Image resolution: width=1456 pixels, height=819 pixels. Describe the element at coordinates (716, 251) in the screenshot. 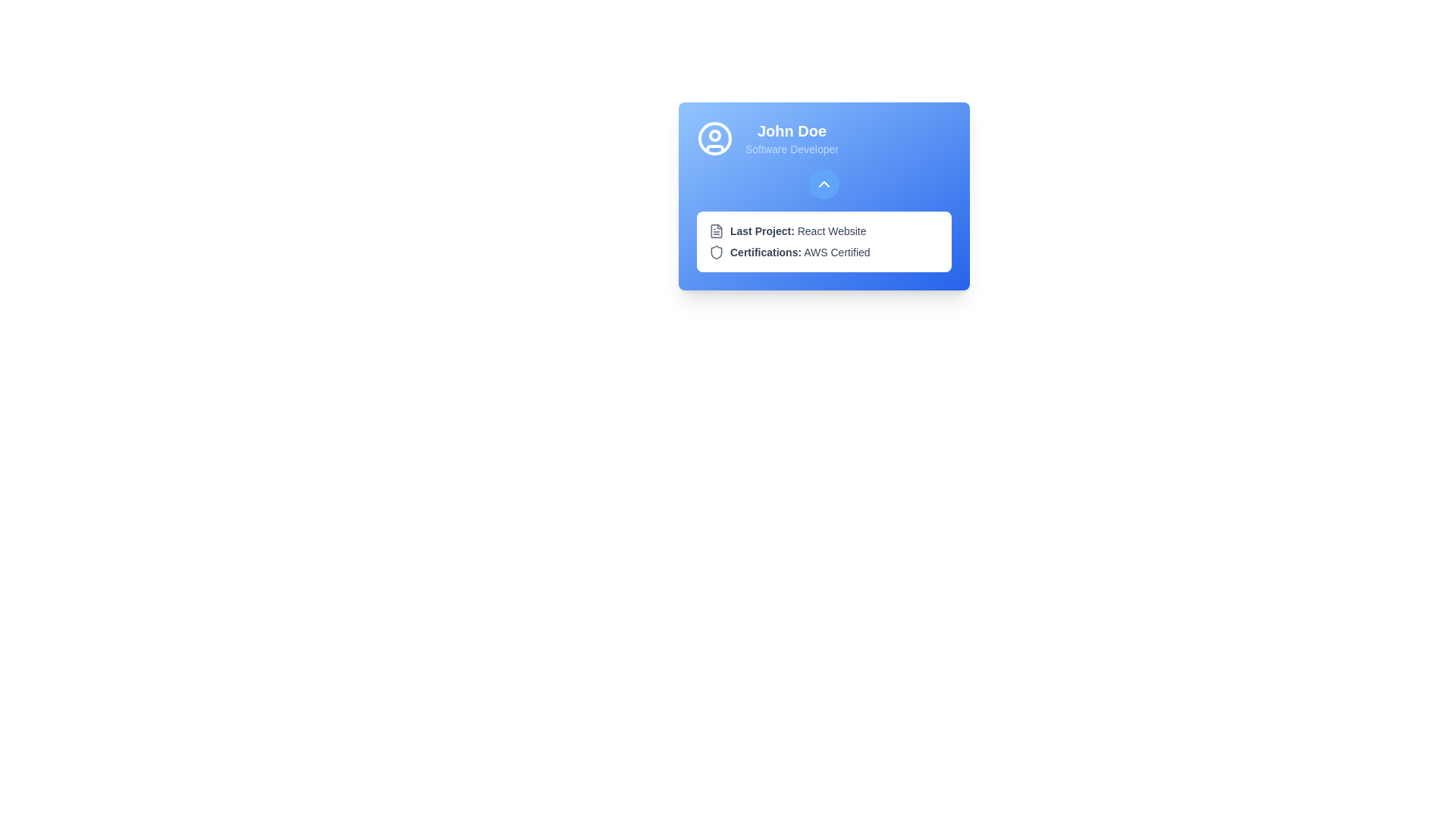

I see `the shield-shaped icon located to the left of the 'Certifications: AWS Certified' label` at that location.